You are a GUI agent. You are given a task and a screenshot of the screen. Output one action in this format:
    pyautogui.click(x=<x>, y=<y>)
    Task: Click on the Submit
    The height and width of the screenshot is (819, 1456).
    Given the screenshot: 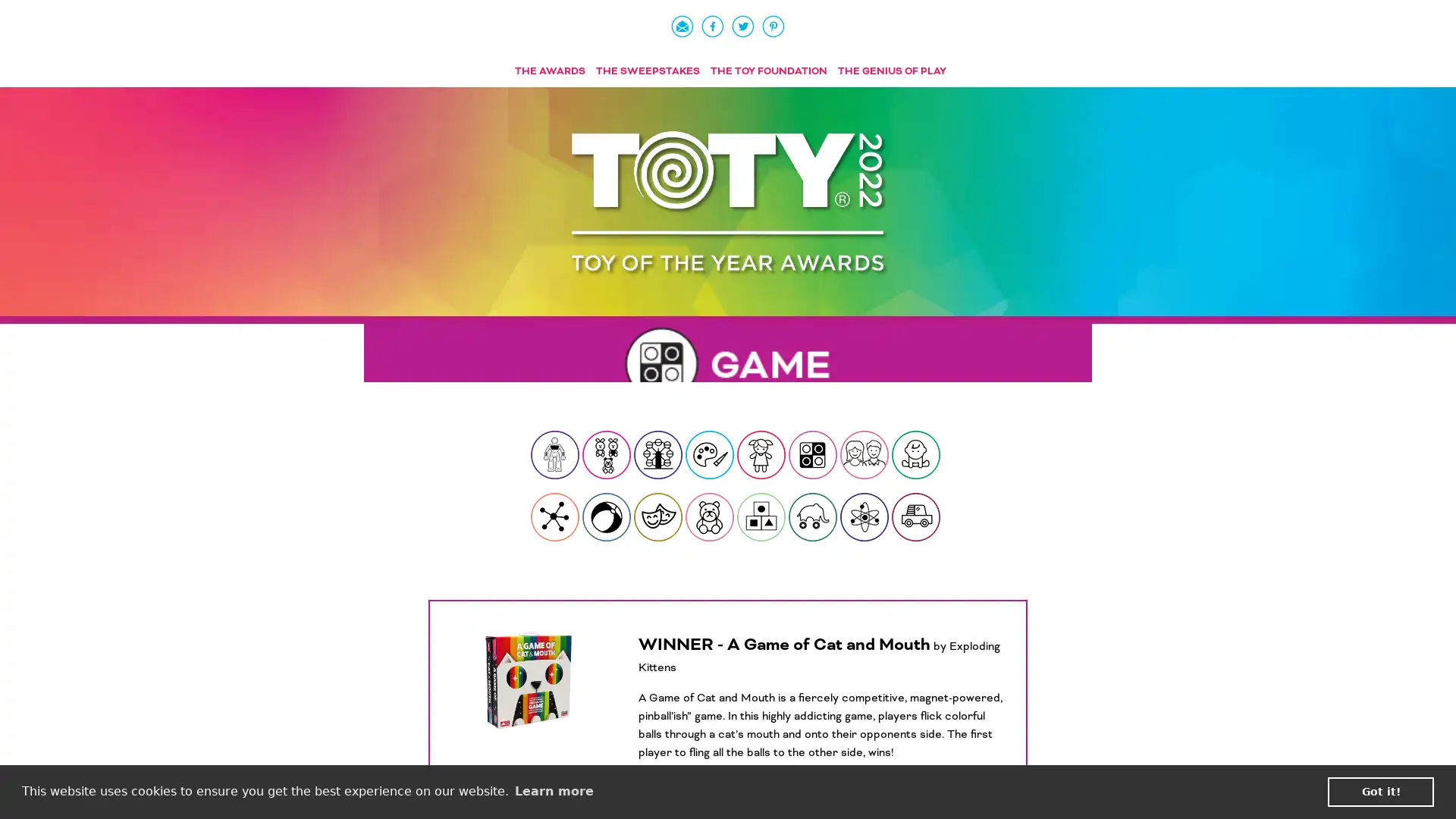 What is the action you would take?
    pyautogui.click(x=709, y=516)
    